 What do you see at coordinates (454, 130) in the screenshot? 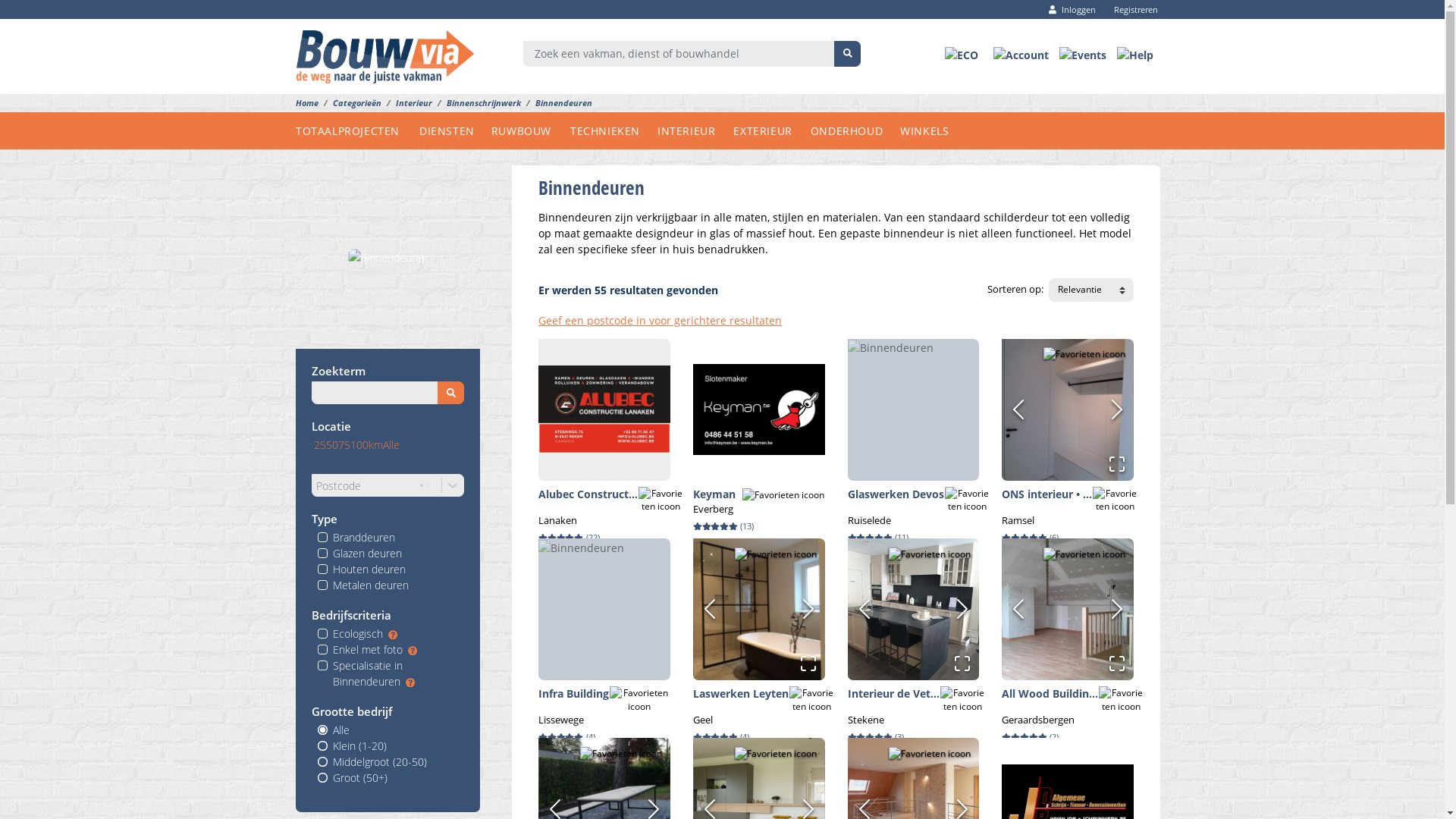
I see `'DIENSTEN'` at bounding box center [454, 130].